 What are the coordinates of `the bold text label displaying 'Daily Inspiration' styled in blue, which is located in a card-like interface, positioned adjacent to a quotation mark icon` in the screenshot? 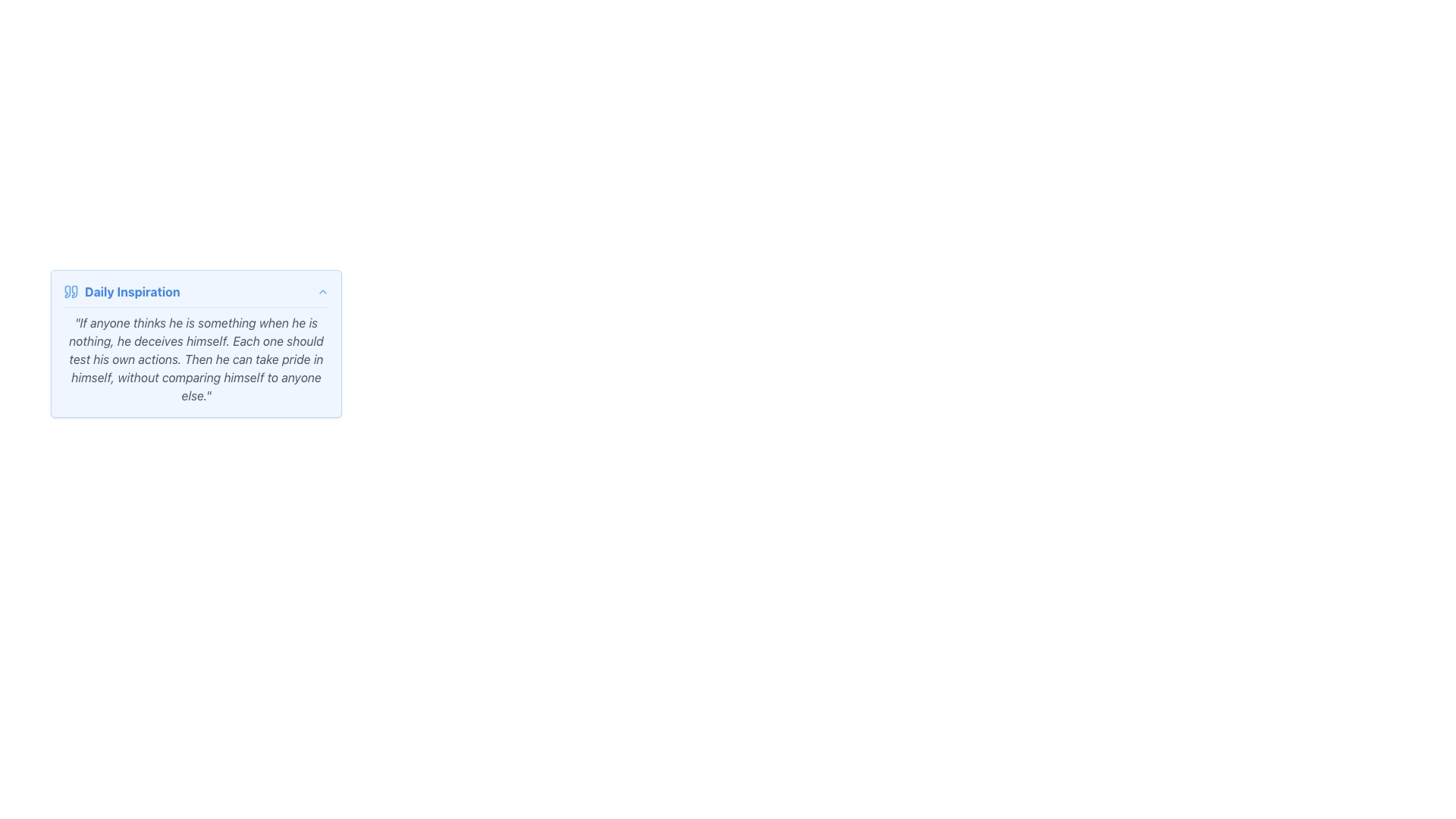 It's located at (132, 292).